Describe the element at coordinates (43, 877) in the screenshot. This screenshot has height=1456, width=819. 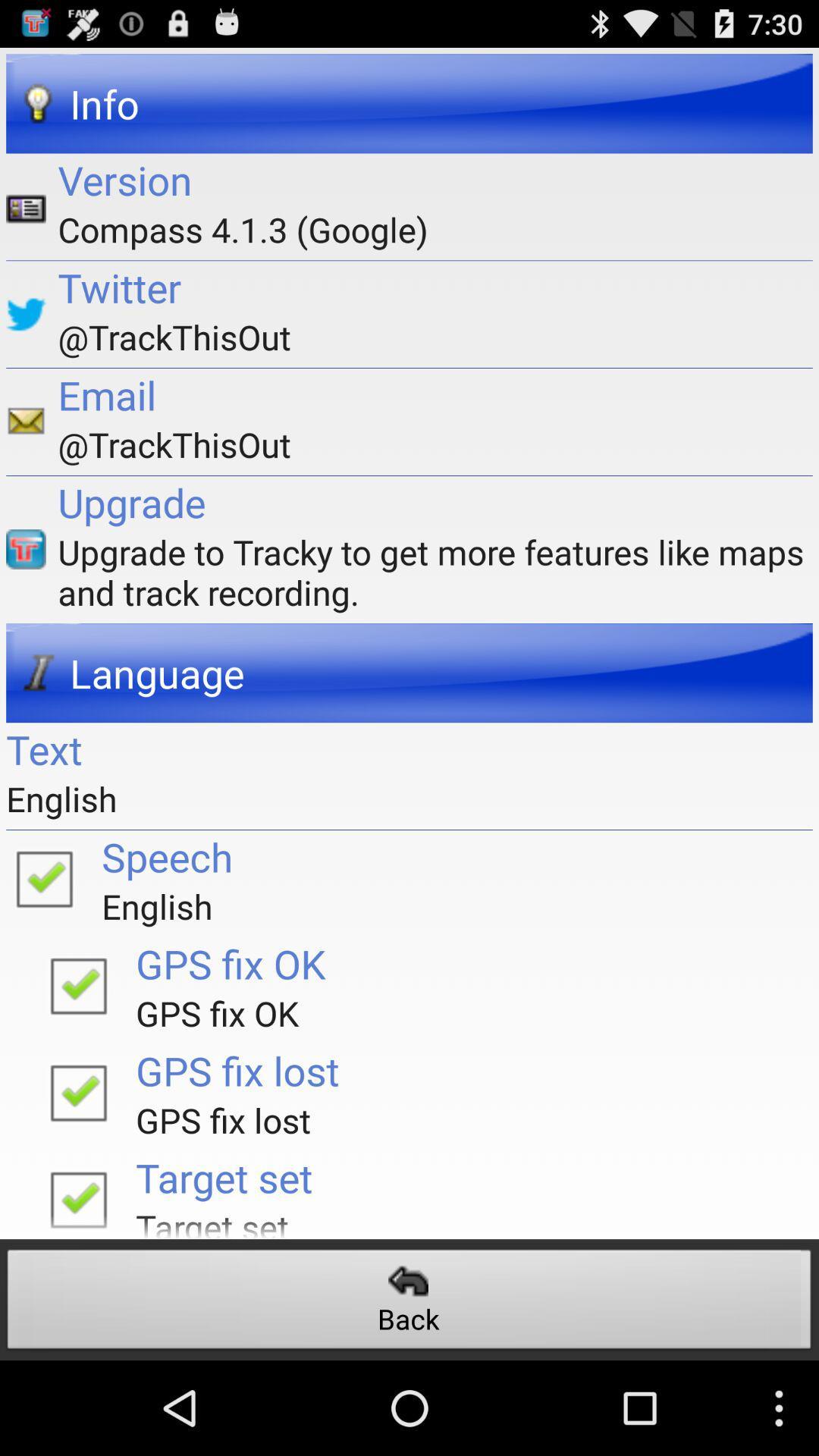
I see `checkbox` at that location.